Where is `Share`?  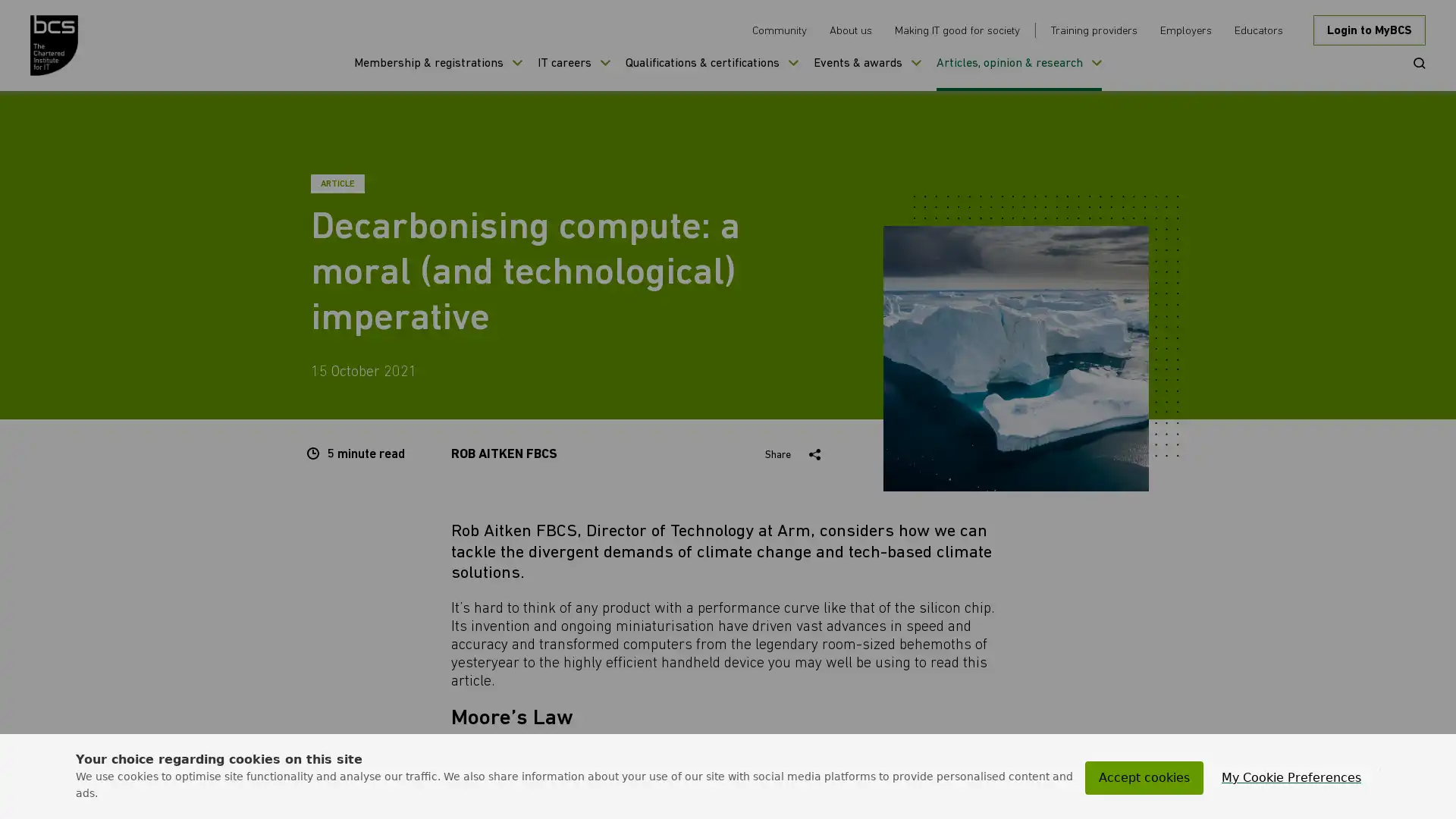 Share is located at coordinates (795, 454).